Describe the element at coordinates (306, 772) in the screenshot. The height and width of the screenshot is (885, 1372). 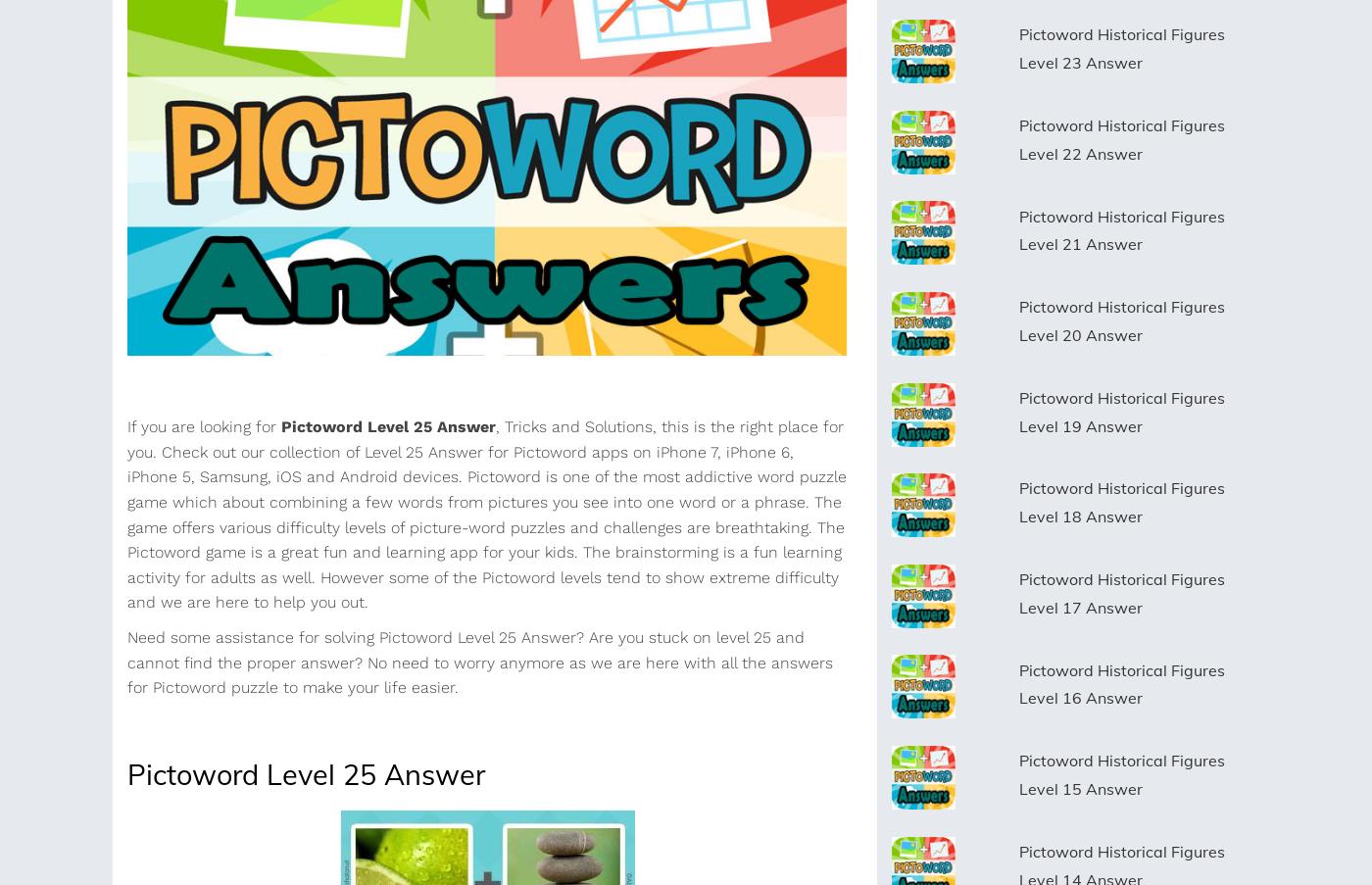
I see `'Pictoword Level 25 Answer'` at that location.